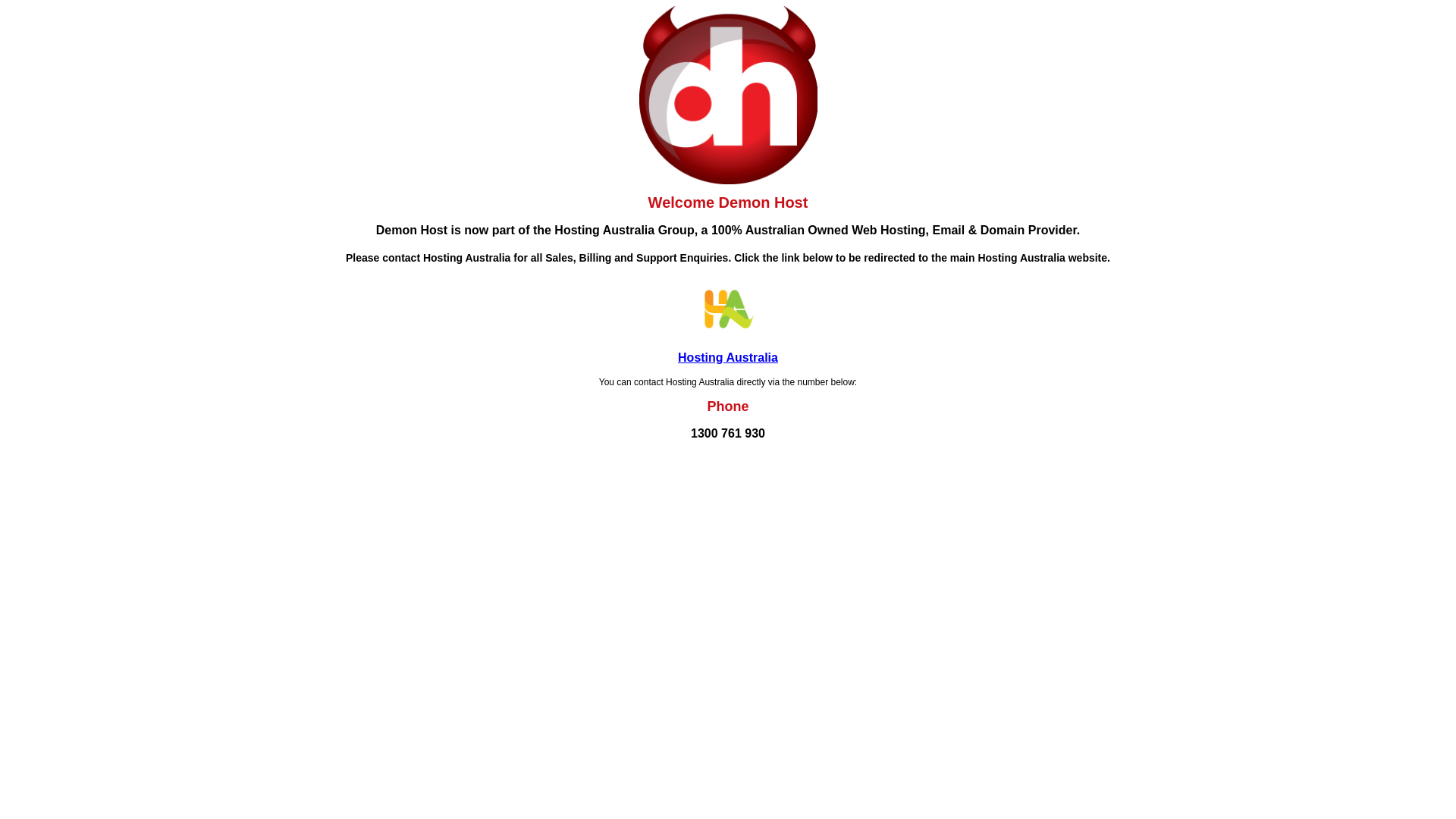  I want to click on 'Hosting Australia', so click(728, 357).